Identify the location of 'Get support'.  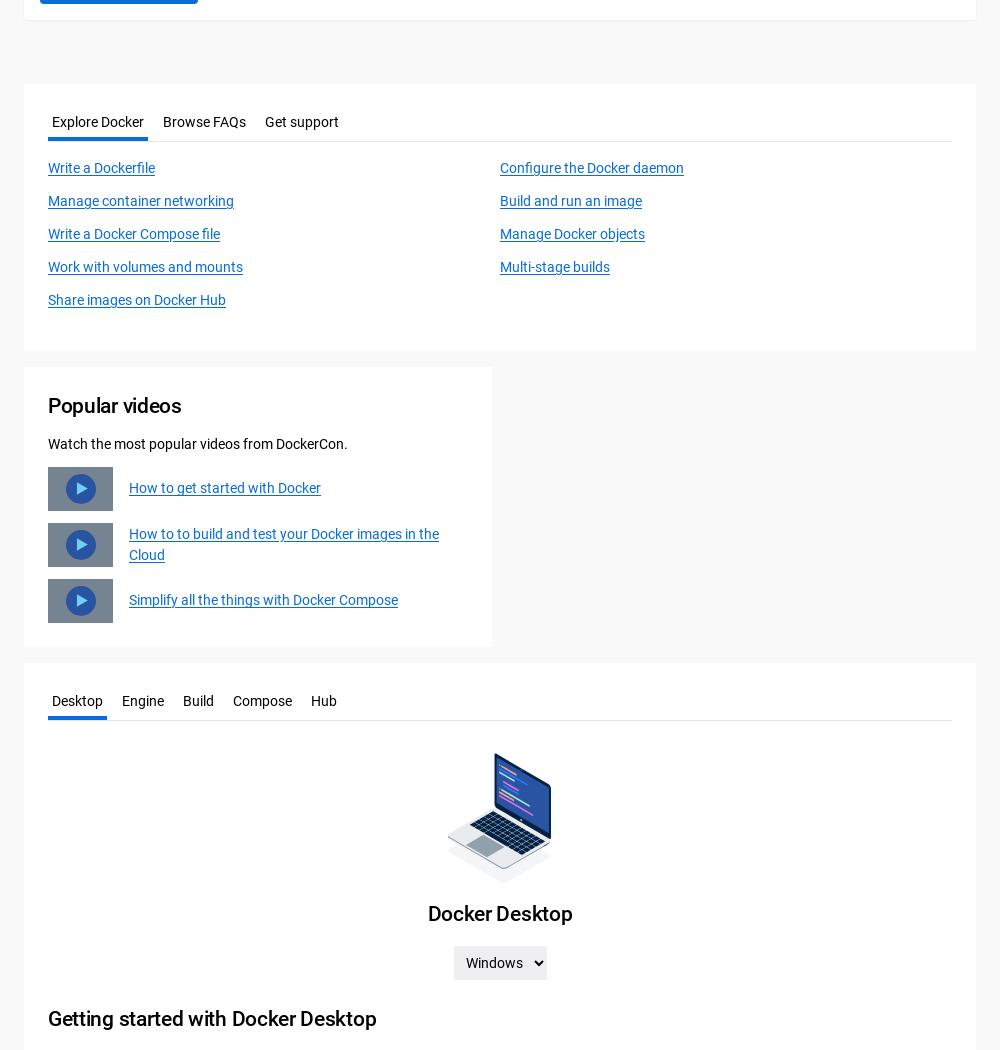
(302, 121).